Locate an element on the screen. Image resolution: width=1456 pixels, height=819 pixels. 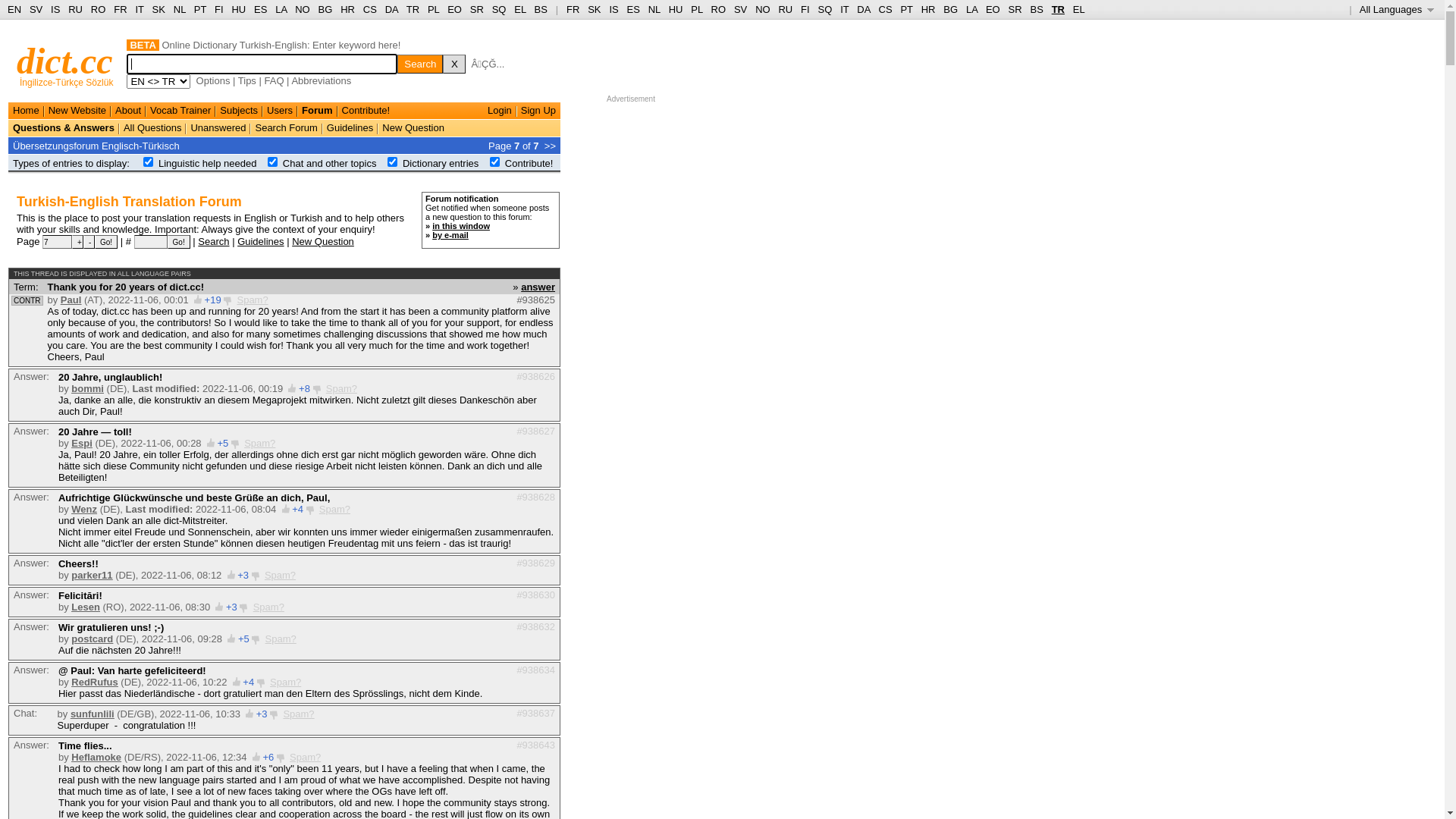
'Espi' is located at coordinates (80, 443).